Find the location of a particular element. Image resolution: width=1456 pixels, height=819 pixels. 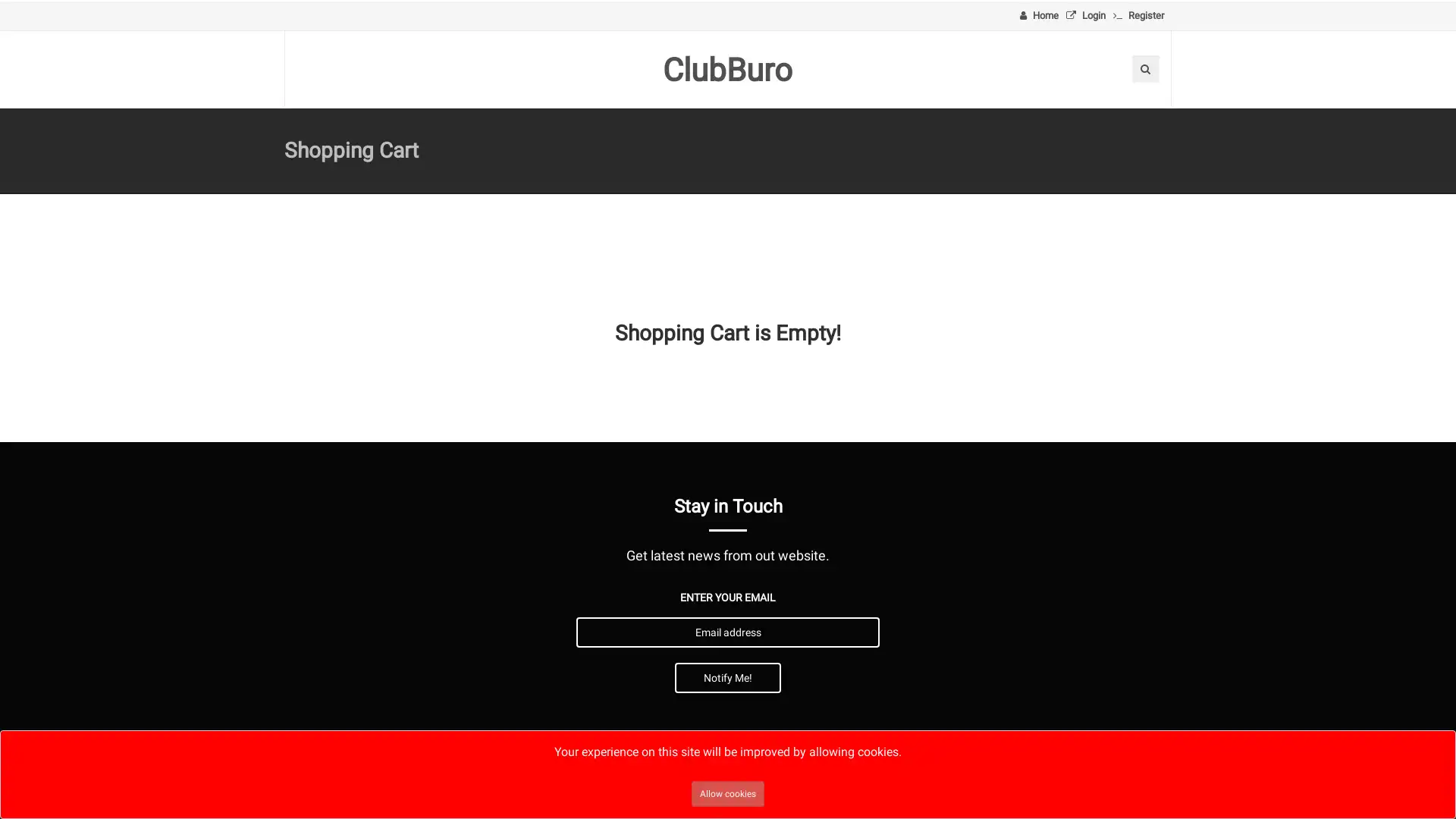

Allow cookies is located at coordinates (728, 792).